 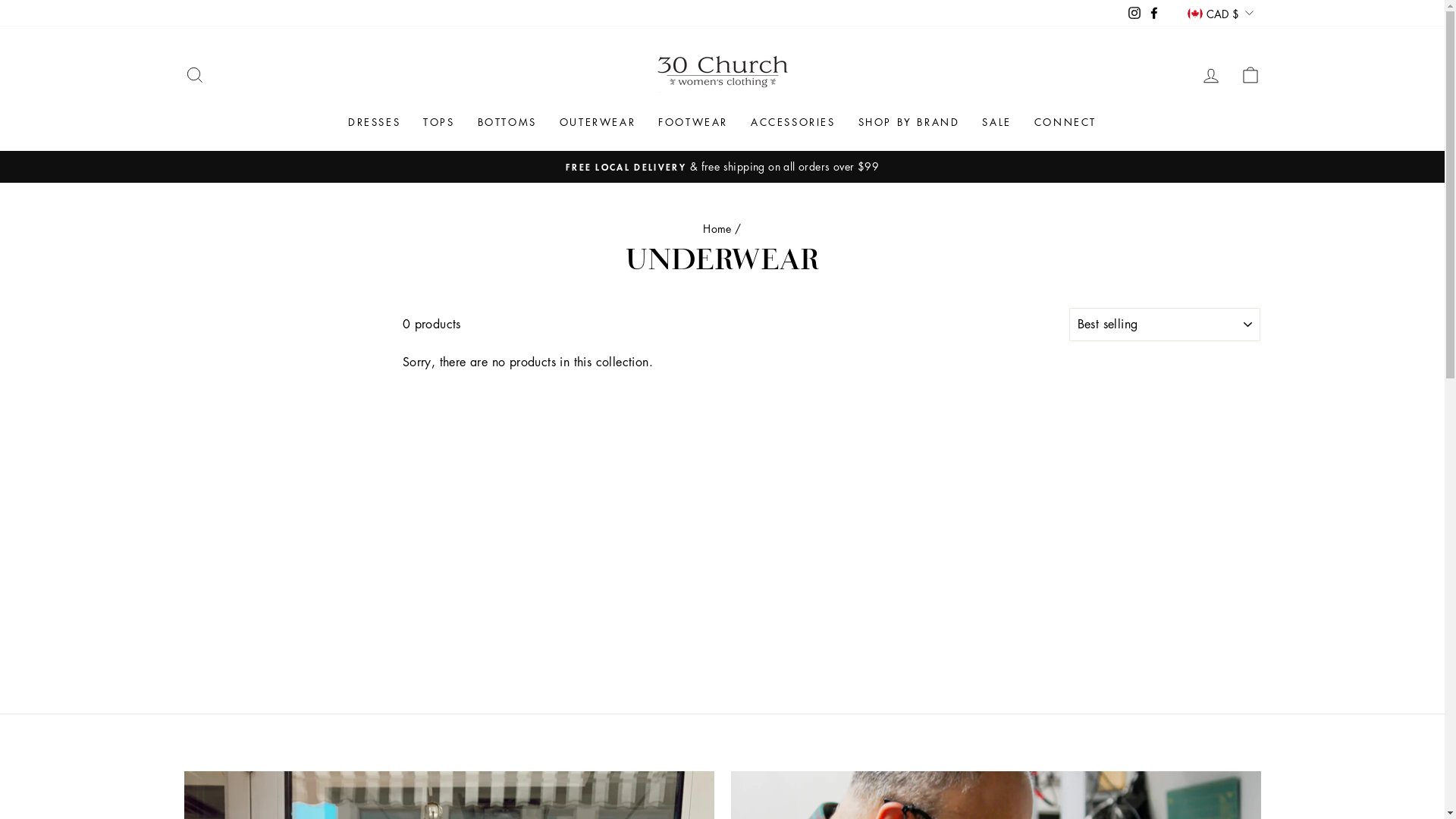 What do you see at coordinates (909, 122) in the screenshot?
I see `'SHOP BY BRAND'` at bounding box center [909, 122].